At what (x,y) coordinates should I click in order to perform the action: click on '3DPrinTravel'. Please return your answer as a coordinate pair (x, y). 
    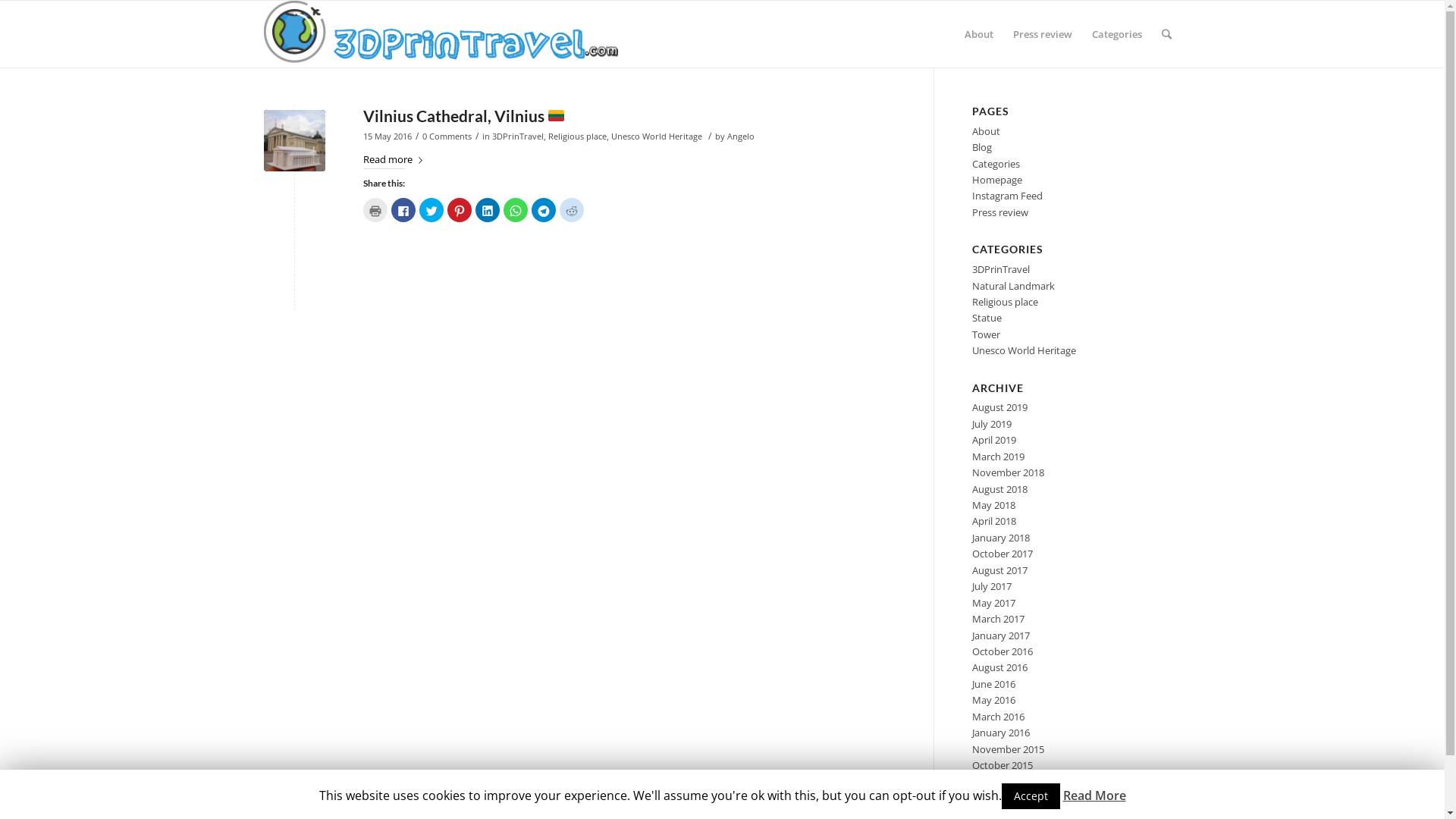
    Looking at the image, I should click on (516, 136).